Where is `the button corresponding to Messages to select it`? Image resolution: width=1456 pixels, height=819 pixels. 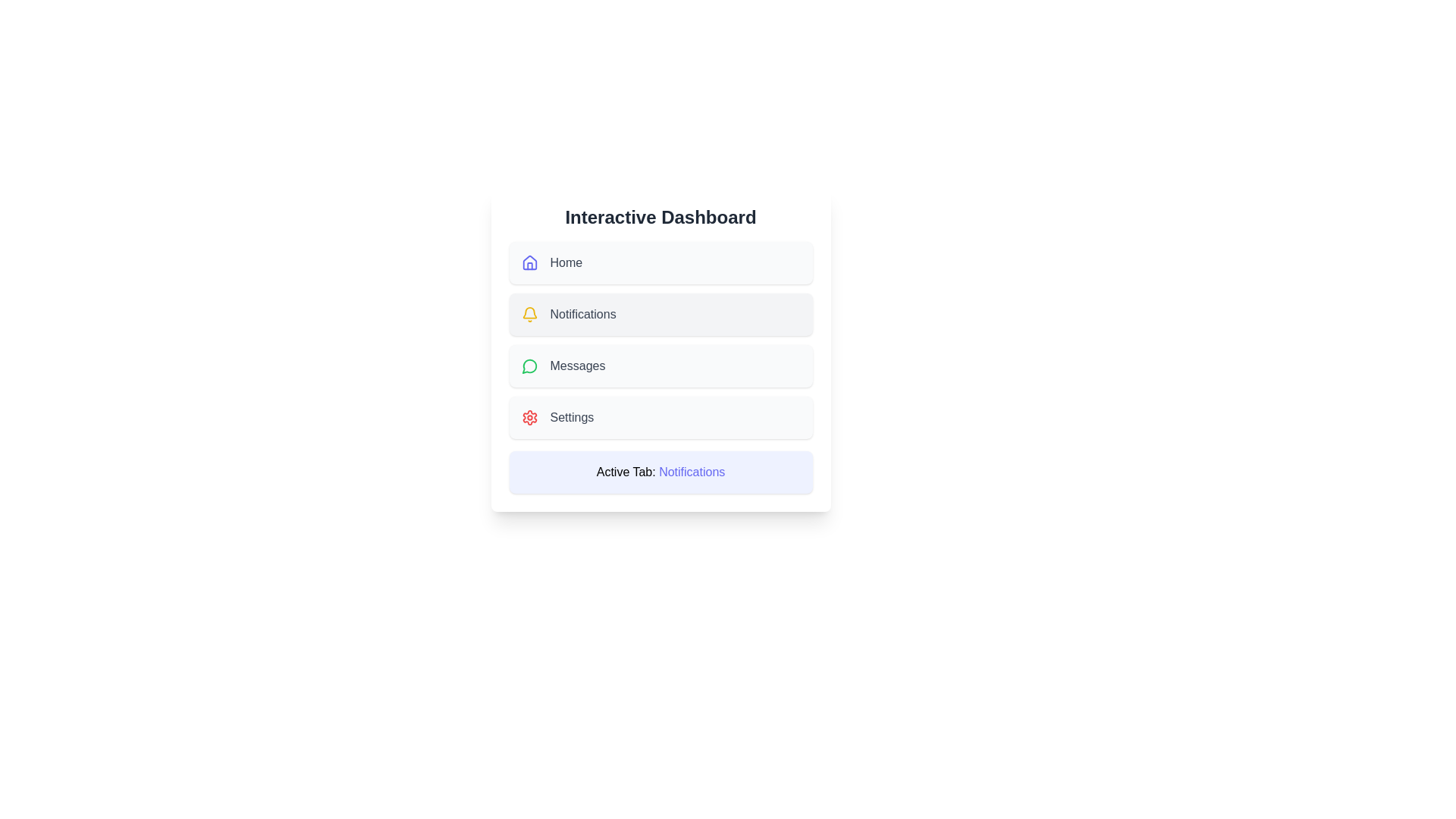
the button corresponding to Messages to select it is located at coordinates (661, 366).